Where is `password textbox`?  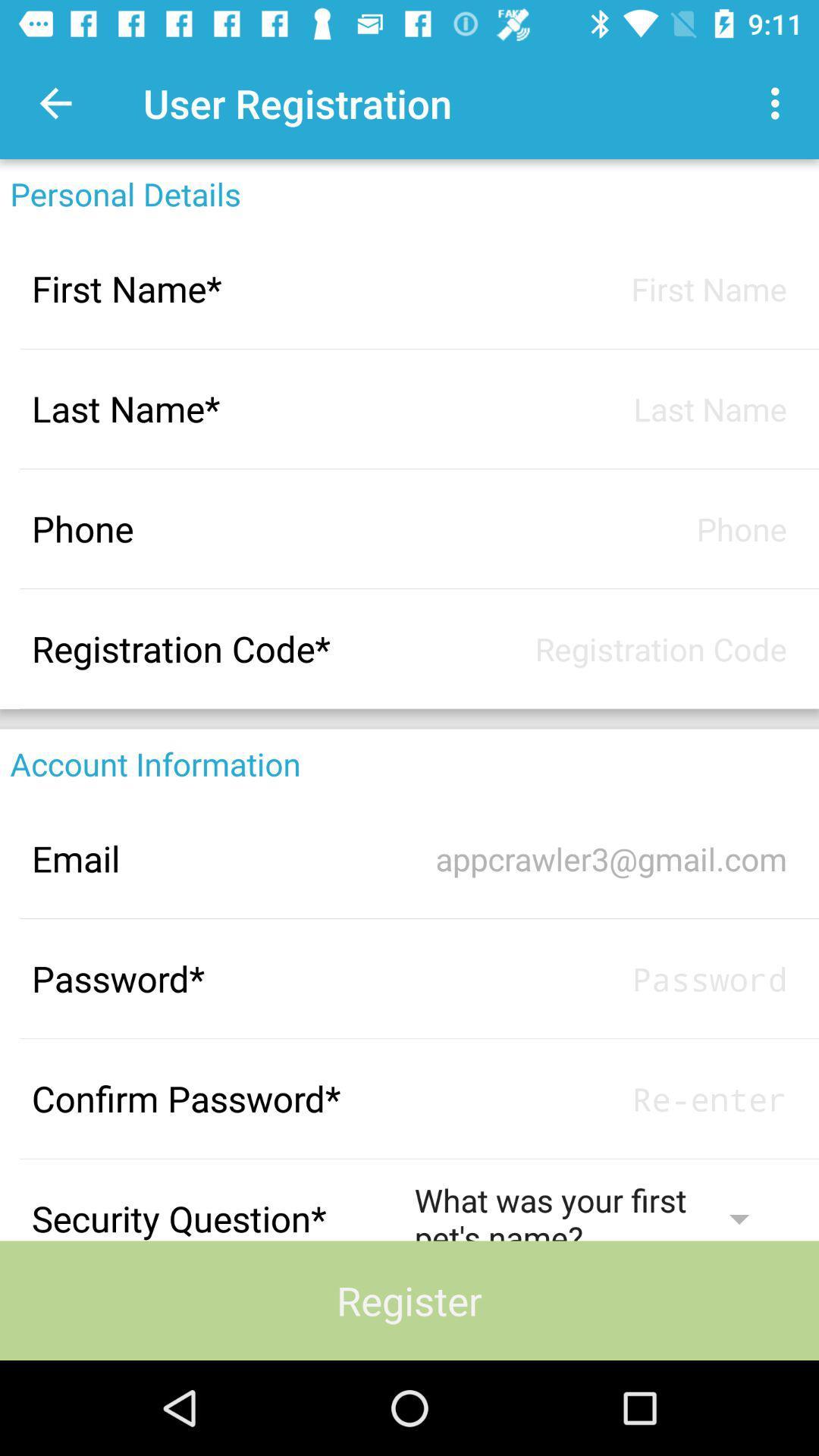 password textbox is located at coordinates (600, 978).